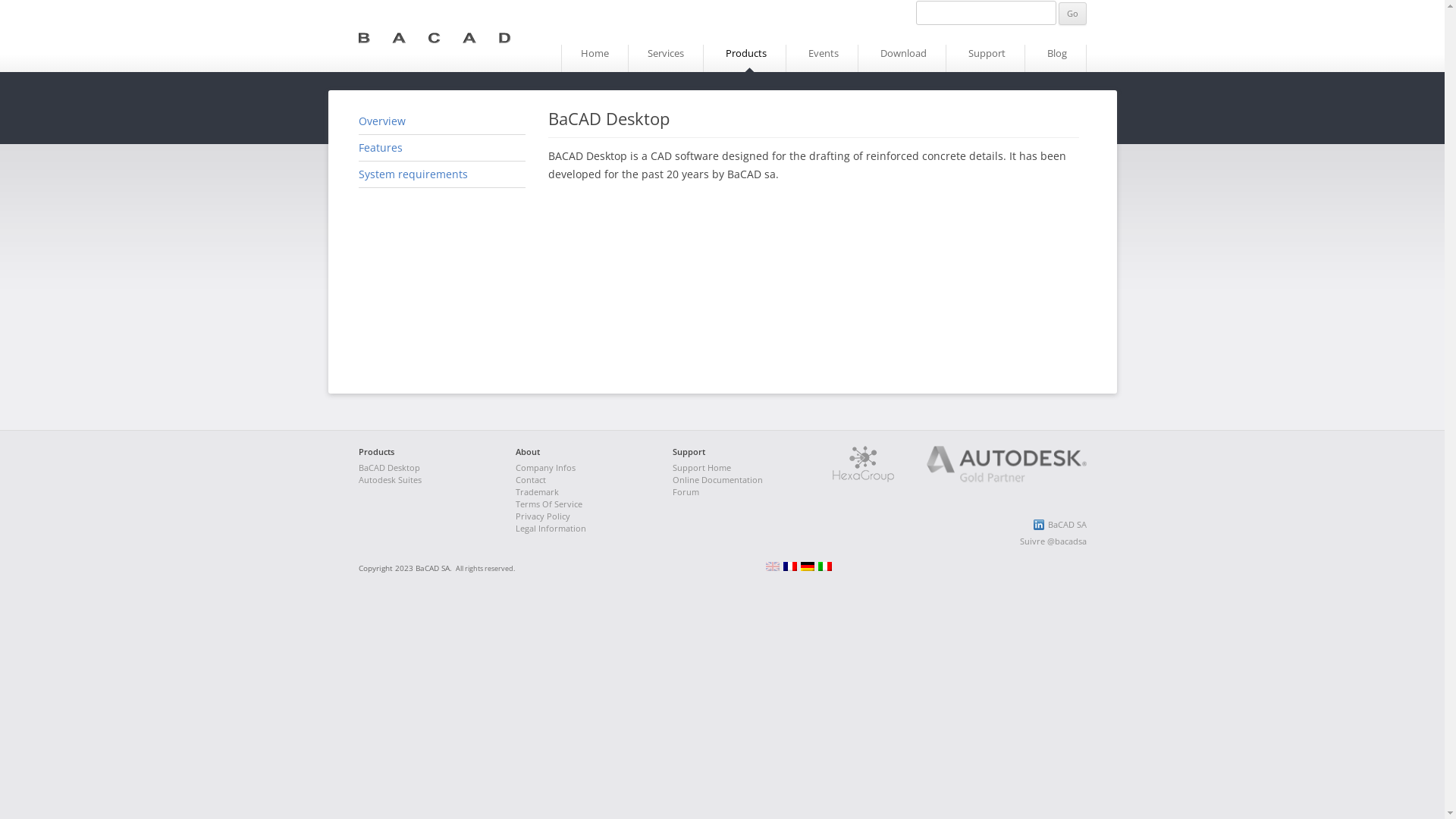 This screenshot has height=819, width=1456. Describe the element at coordinates (1072, 14) in the screenshot. I see `'Go'` at that location.